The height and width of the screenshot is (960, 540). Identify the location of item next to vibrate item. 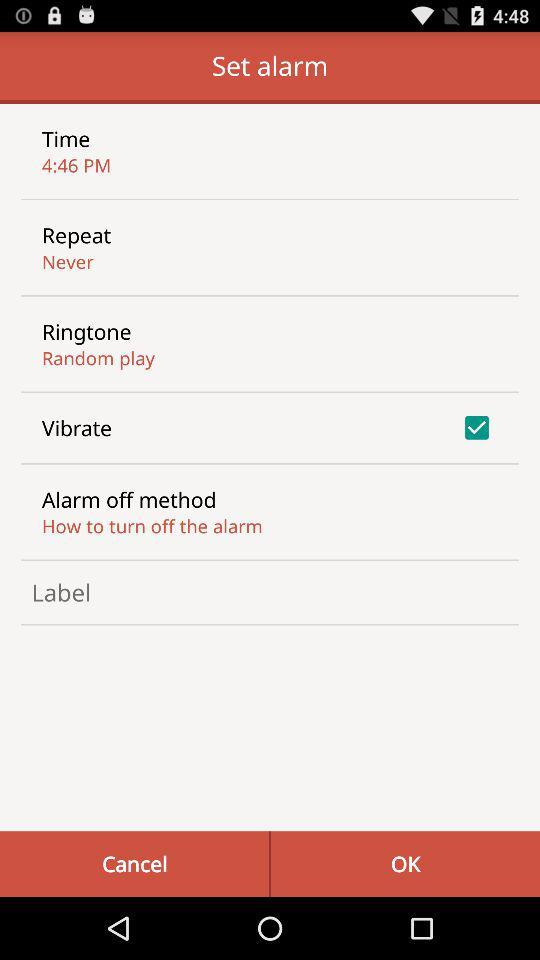
(475, 427).